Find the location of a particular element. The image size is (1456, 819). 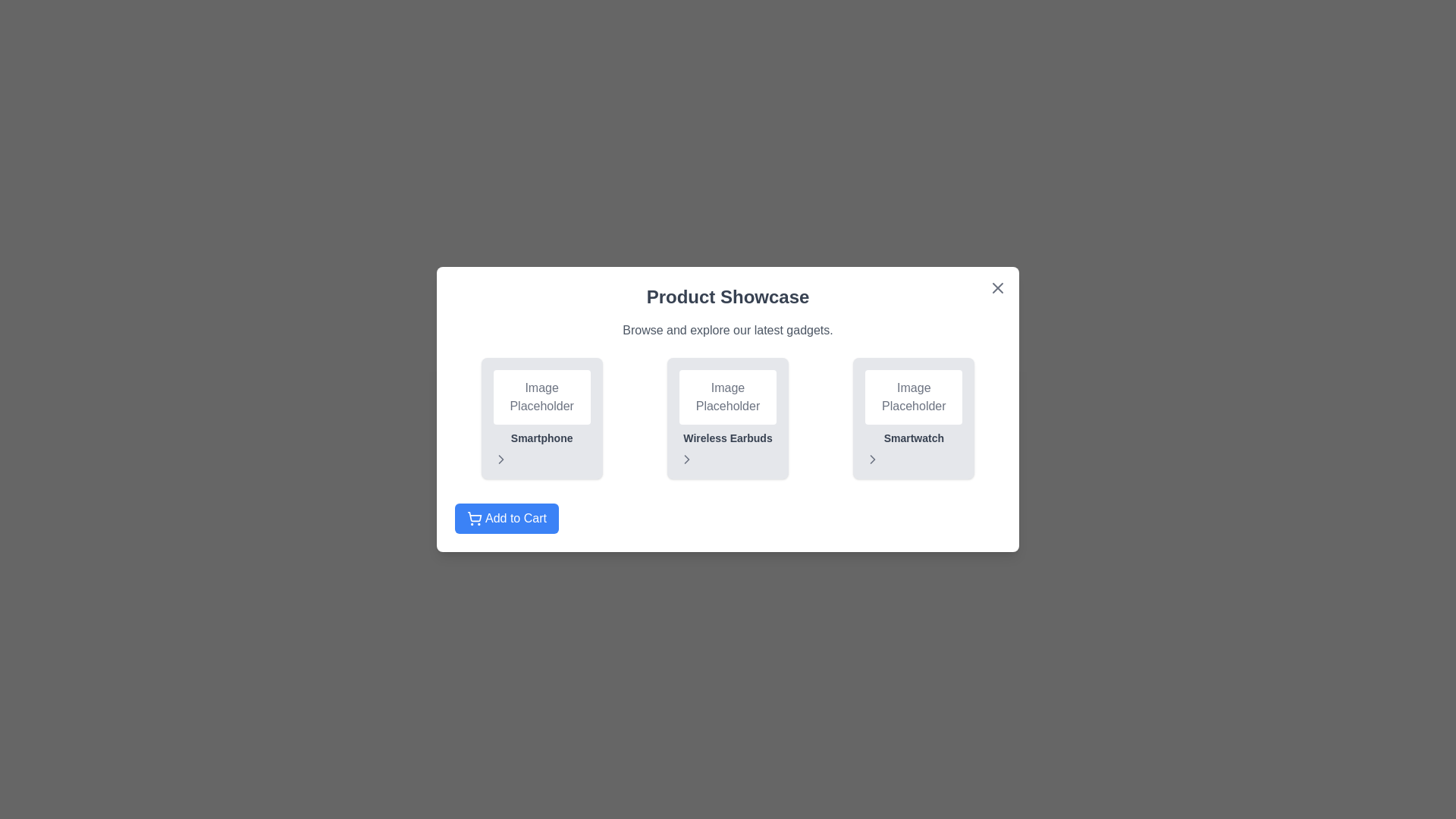

the text label displaying 'Smartwatch' in gray bold font, positioned at the bottom of the third card in a horizontal list of cards is located at coordinates (913, 438).